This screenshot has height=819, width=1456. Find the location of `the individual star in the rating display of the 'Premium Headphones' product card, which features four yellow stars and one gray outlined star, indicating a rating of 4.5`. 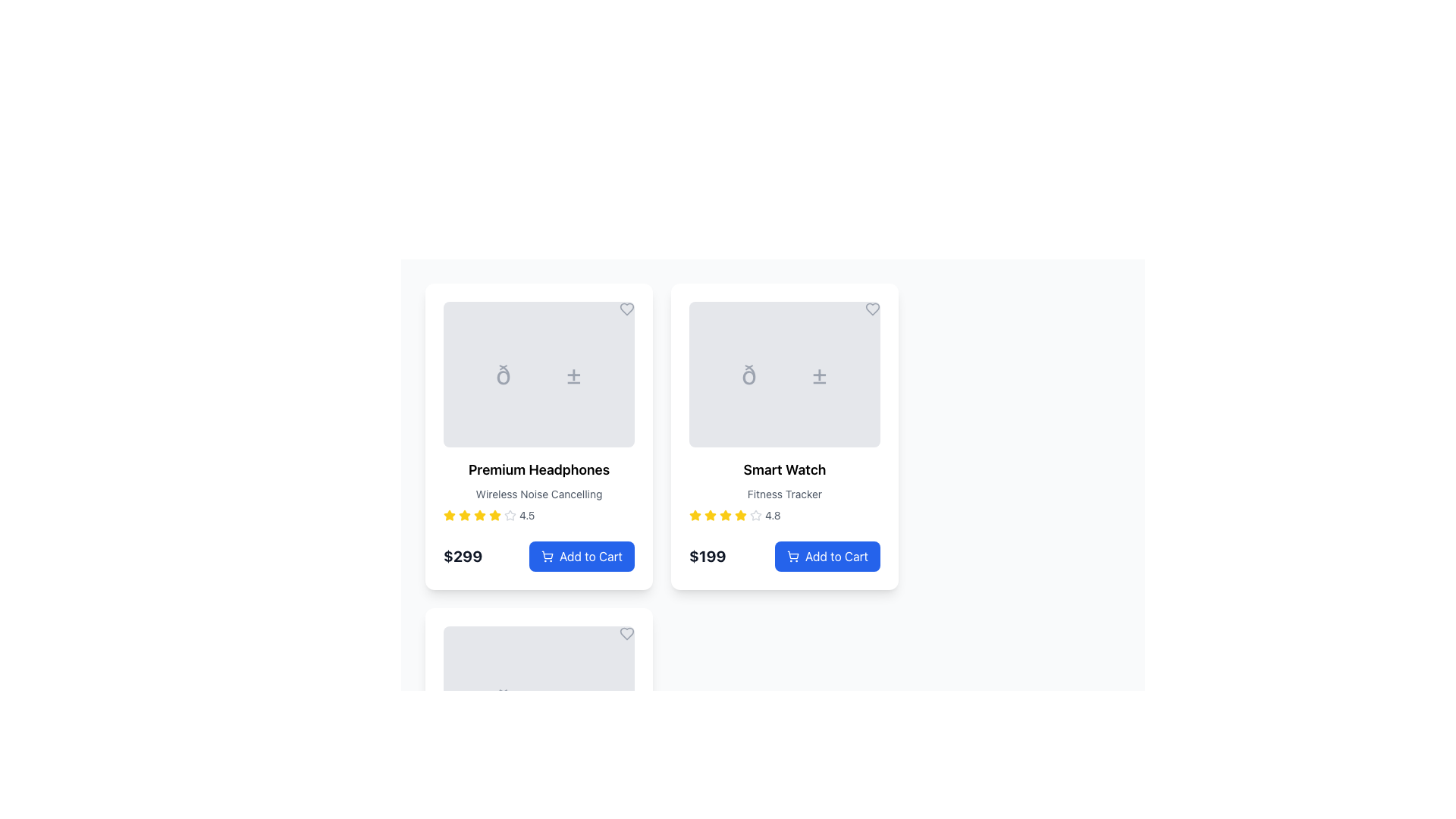

the individual star in the rating display of the 'Premium Headphones' product card, which features four yellow stars and one gray outlined star, indicating a rating of 4.5 is located at coordinates (538, 514).